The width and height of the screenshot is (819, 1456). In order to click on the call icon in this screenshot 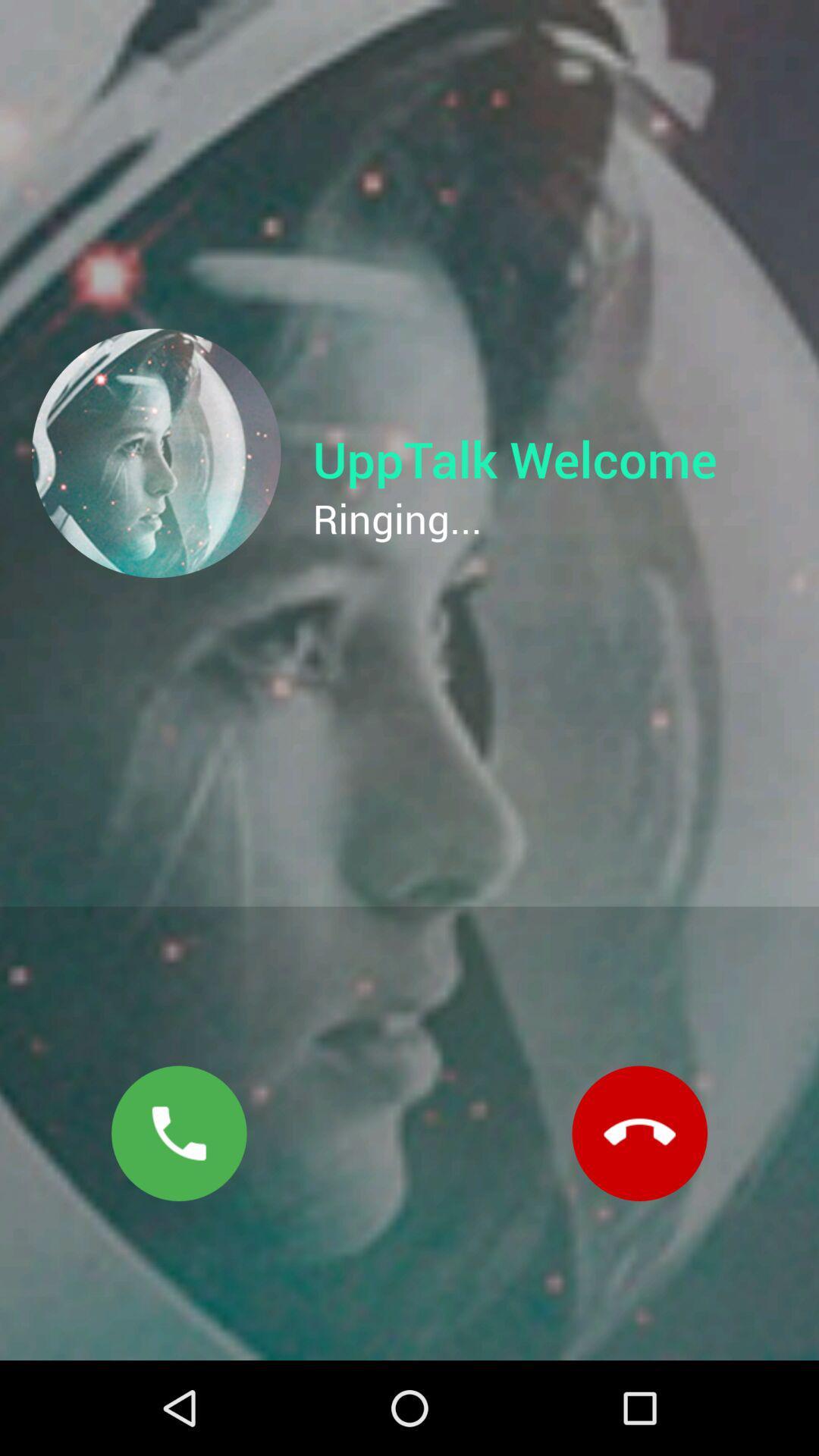, I will do `click(178, 1133)`.